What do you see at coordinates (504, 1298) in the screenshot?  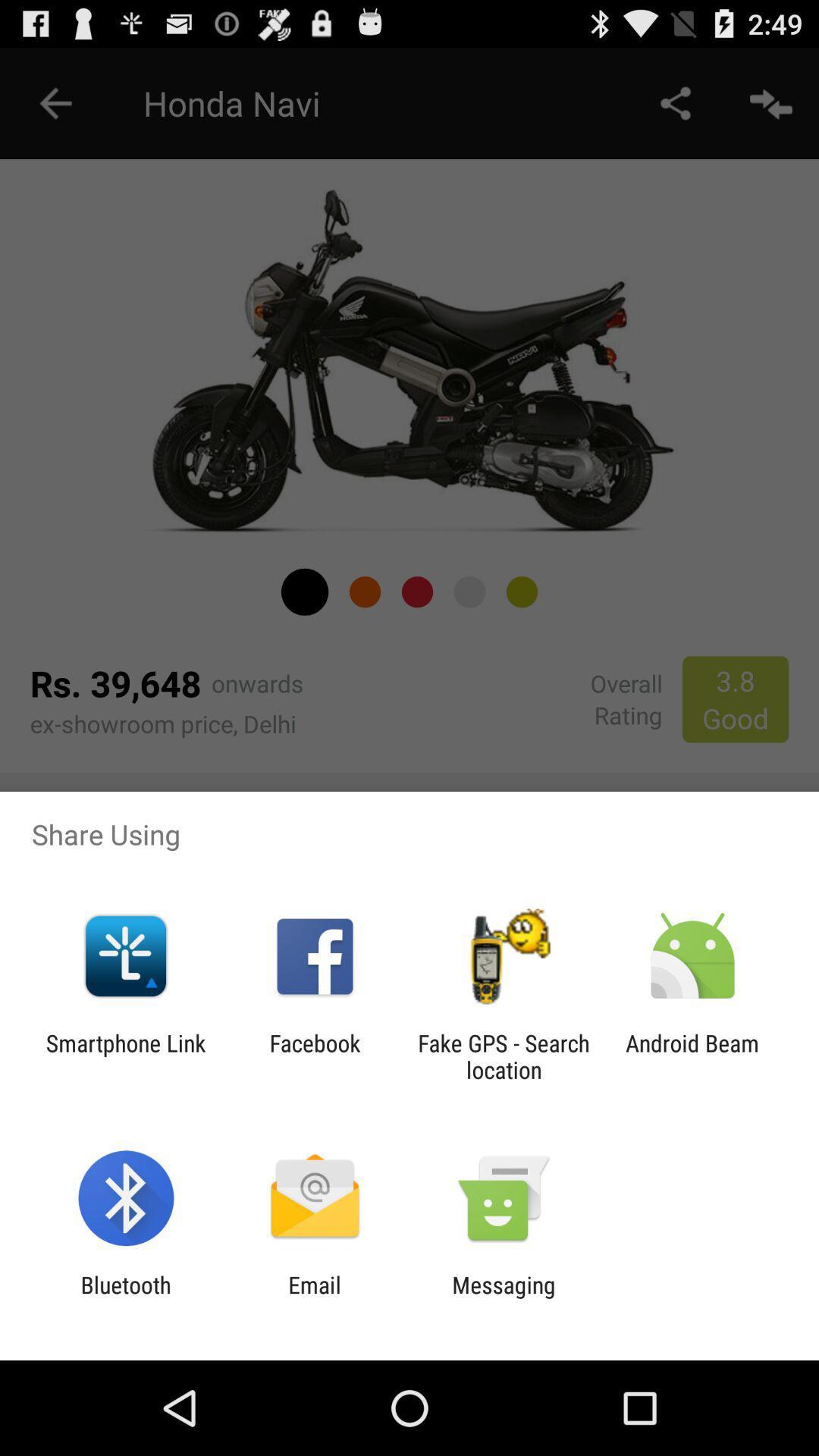 I see `icon to the right of email item` at bounding box center [504, 1298].